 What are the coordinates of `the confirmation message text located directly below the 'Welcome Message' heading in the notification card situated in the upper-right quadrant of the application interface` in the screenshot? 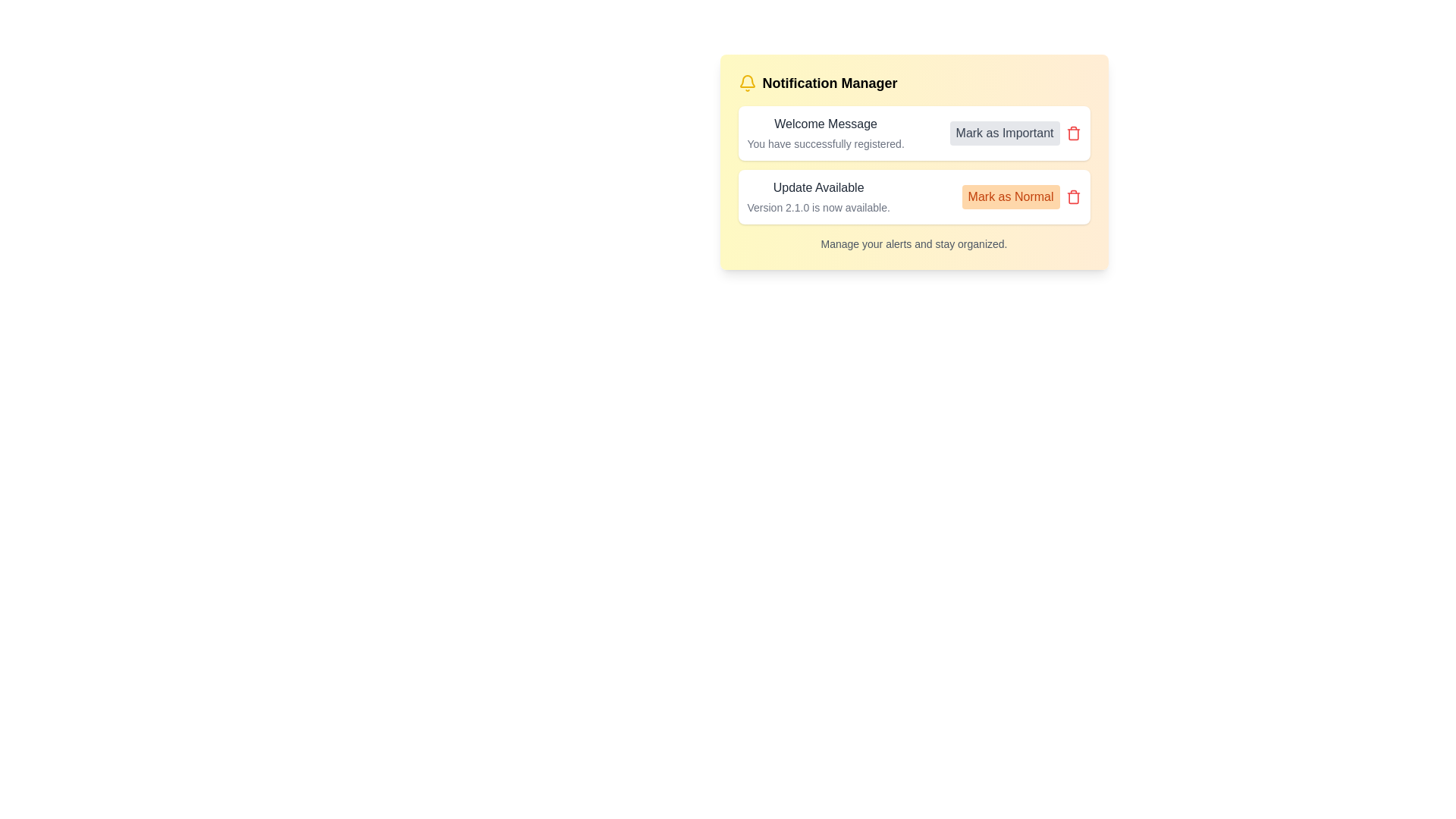 It's located at (825, 143).